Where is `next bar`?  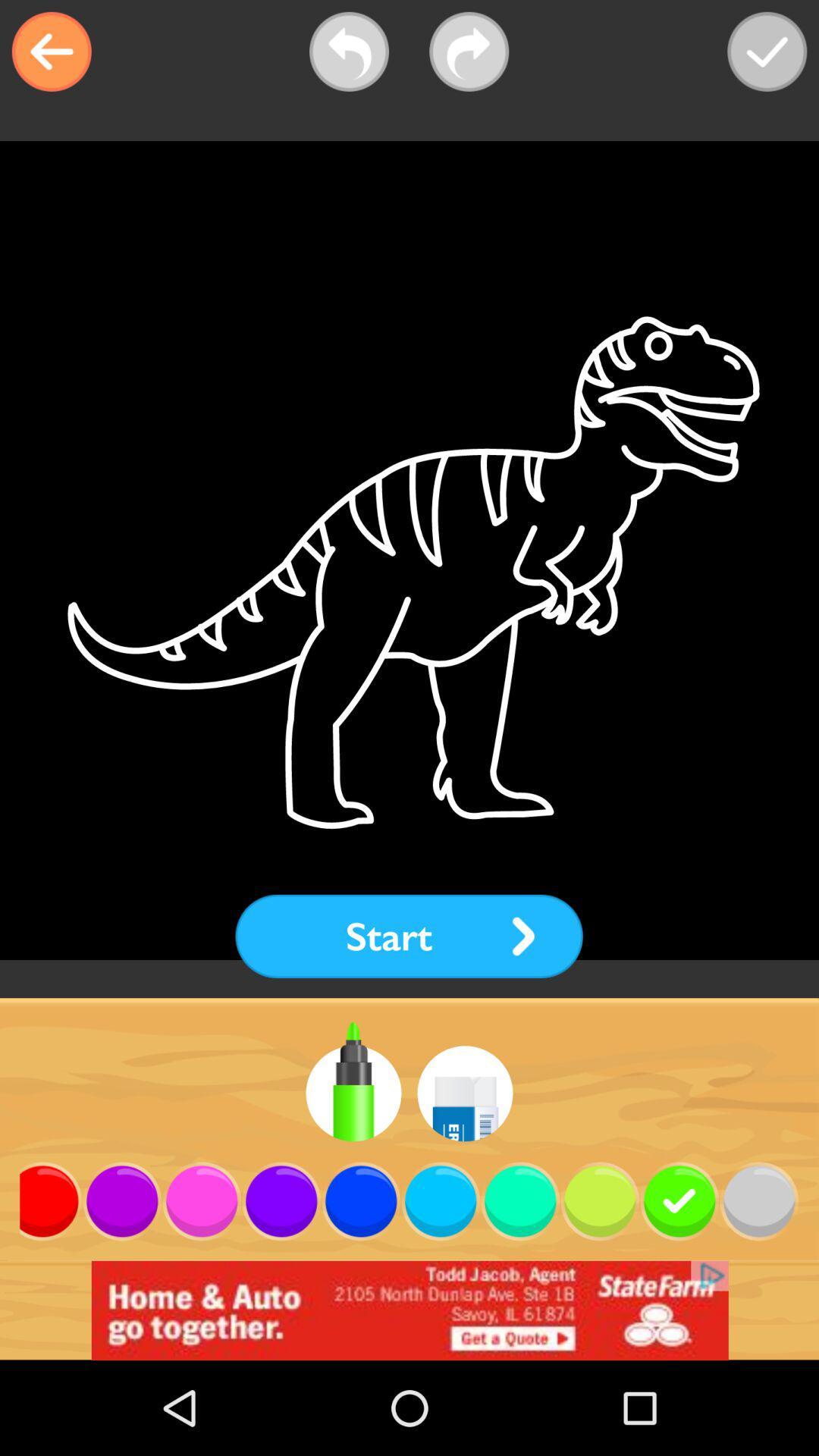
next bar is located at coordinates (468, 52).